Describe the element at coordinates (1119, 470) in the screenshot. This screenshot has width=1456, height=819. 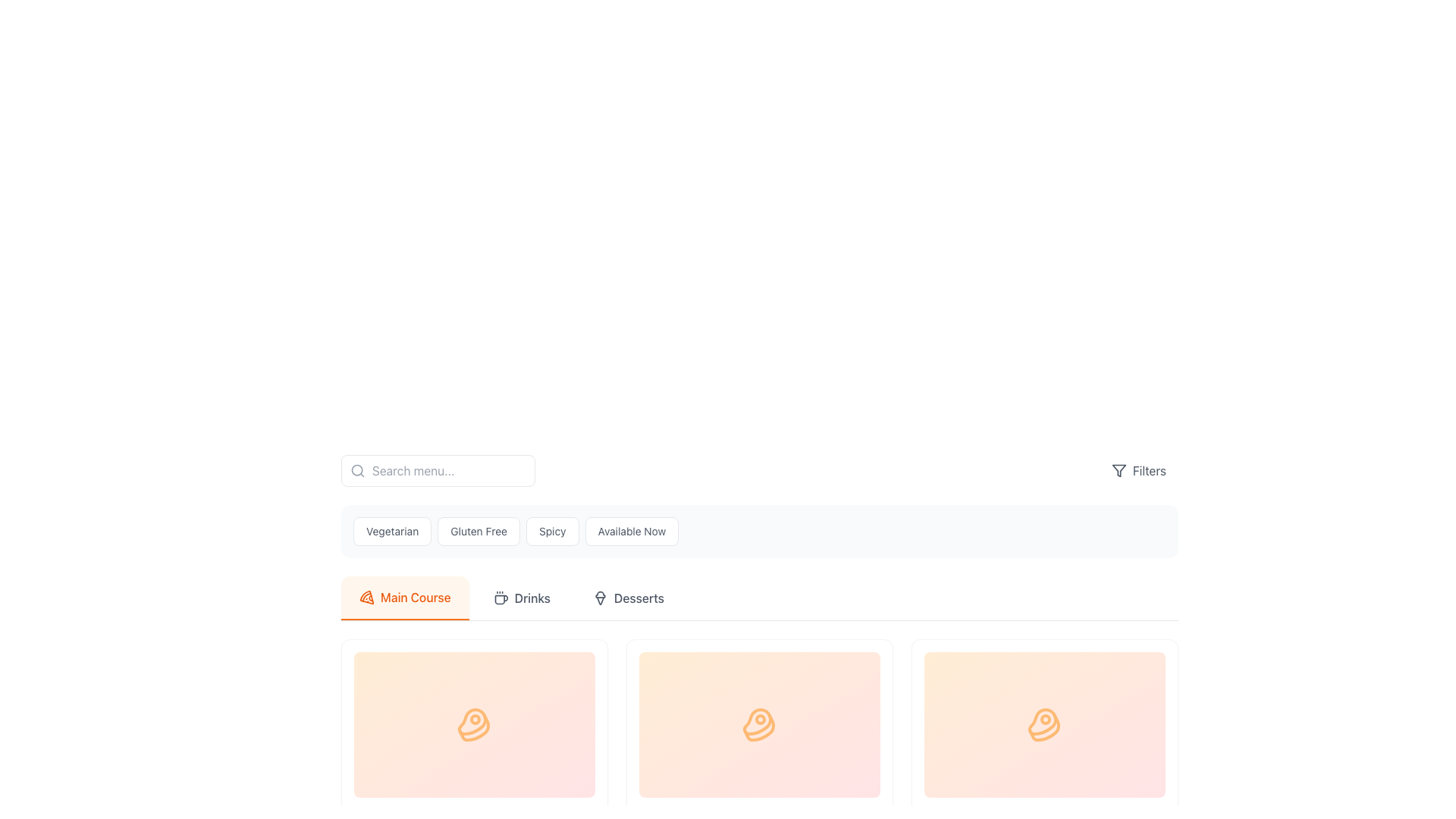
I see `the filter icon located in the top-right section of the interface, aligned with the 'Filters' label` at that location.